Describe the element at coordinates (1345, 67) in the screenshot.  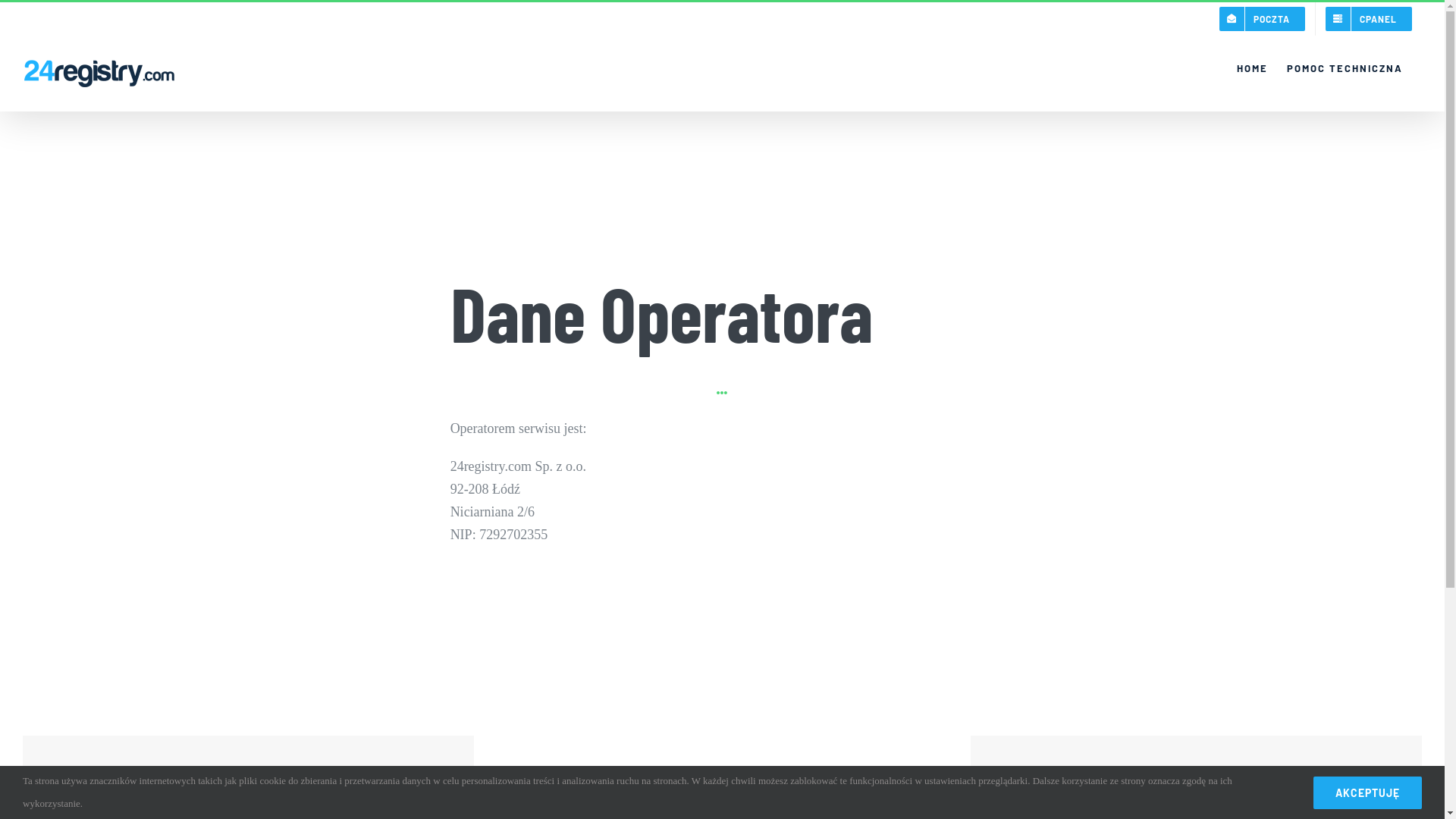
I see `'POMOC TECHNICZNA'` at that location.